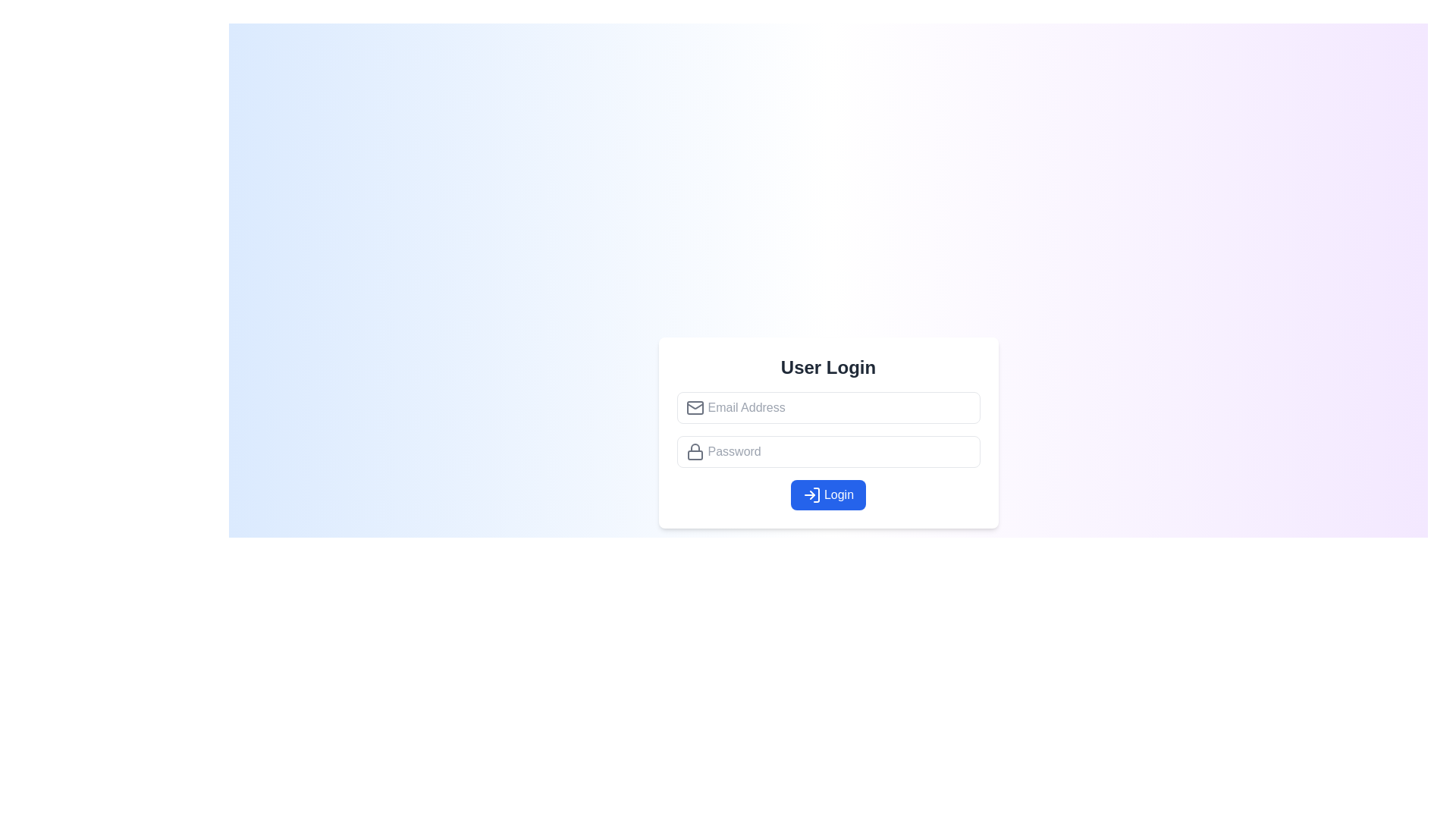  I want to click on the blue 'Login' button with rounded corners, so click(827, 494).